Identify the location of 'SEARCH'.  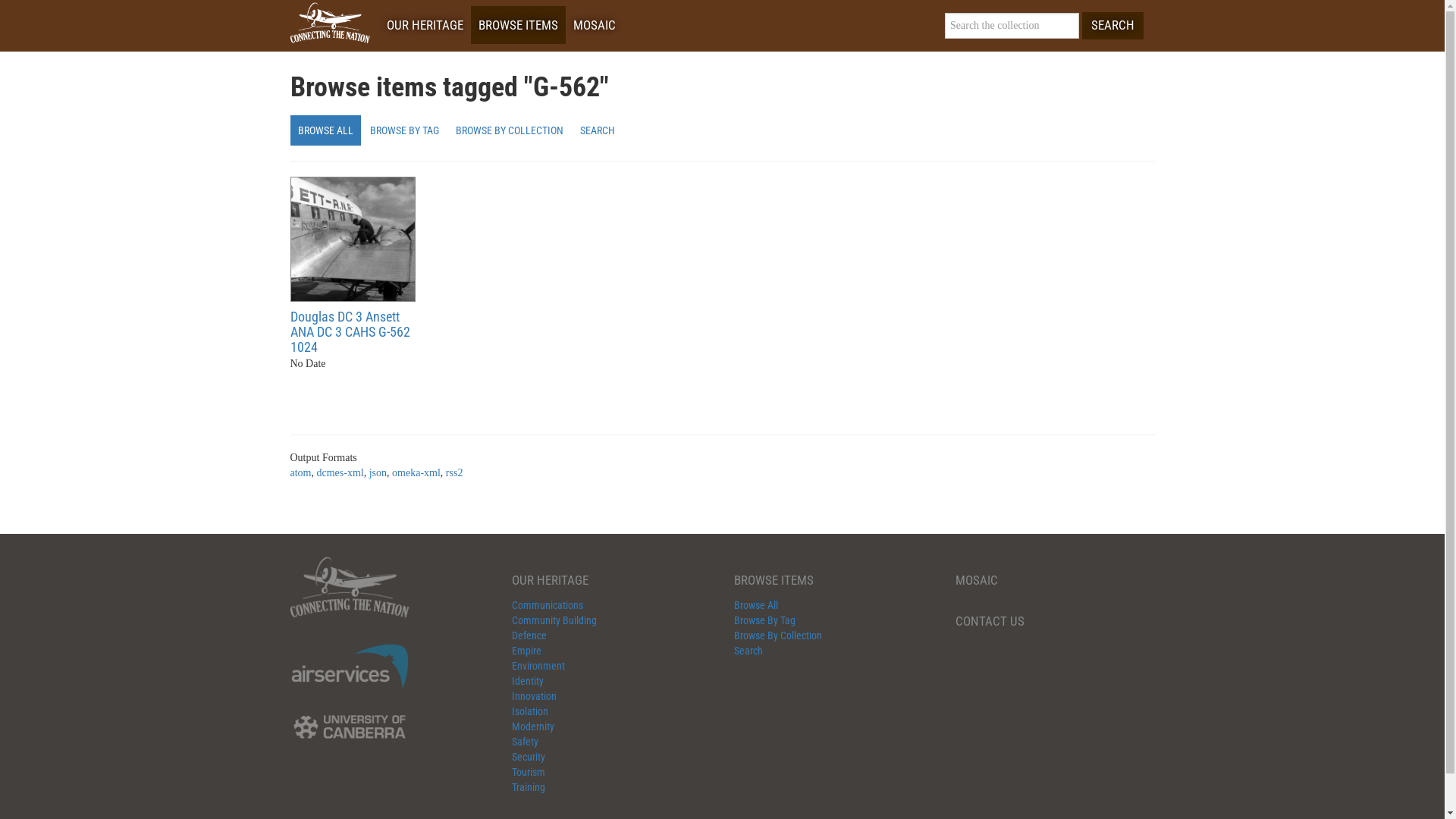
(1112, 26).